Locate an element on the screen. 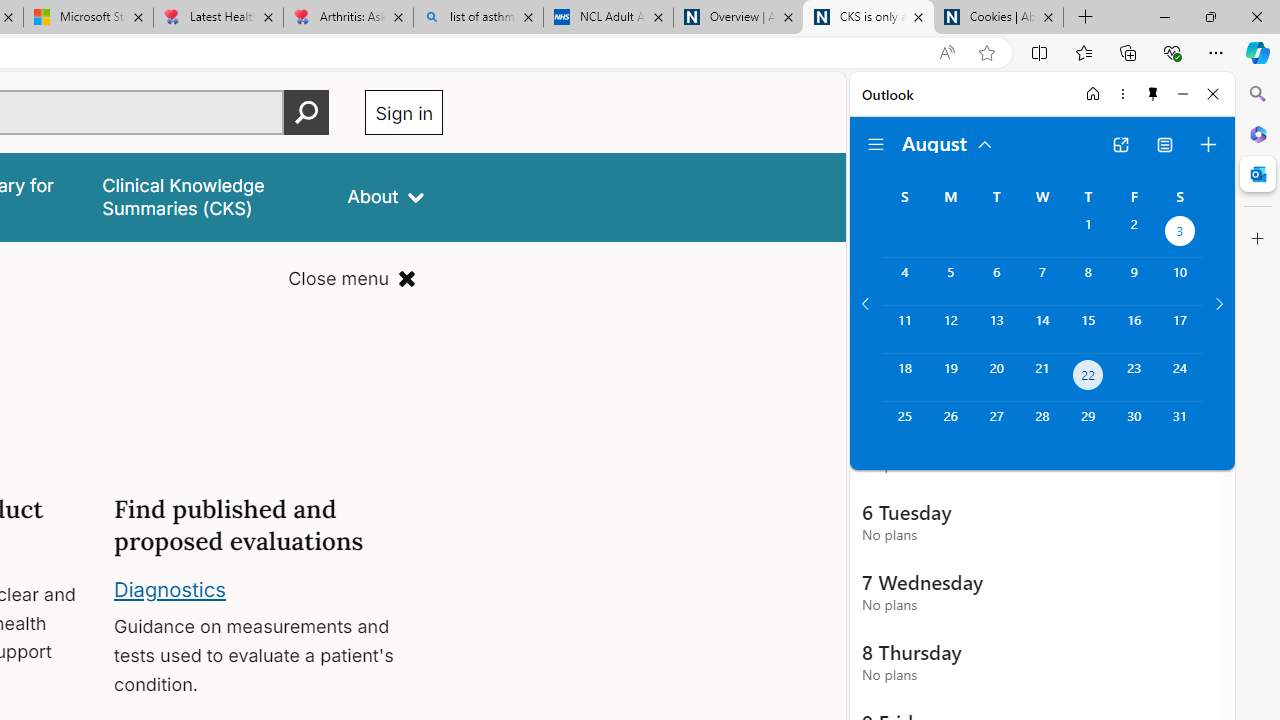 The height and width of the screenshot is (720, 1280). 'Tuesday, August 20, 2024. ' is located at coordinates (996, 377).